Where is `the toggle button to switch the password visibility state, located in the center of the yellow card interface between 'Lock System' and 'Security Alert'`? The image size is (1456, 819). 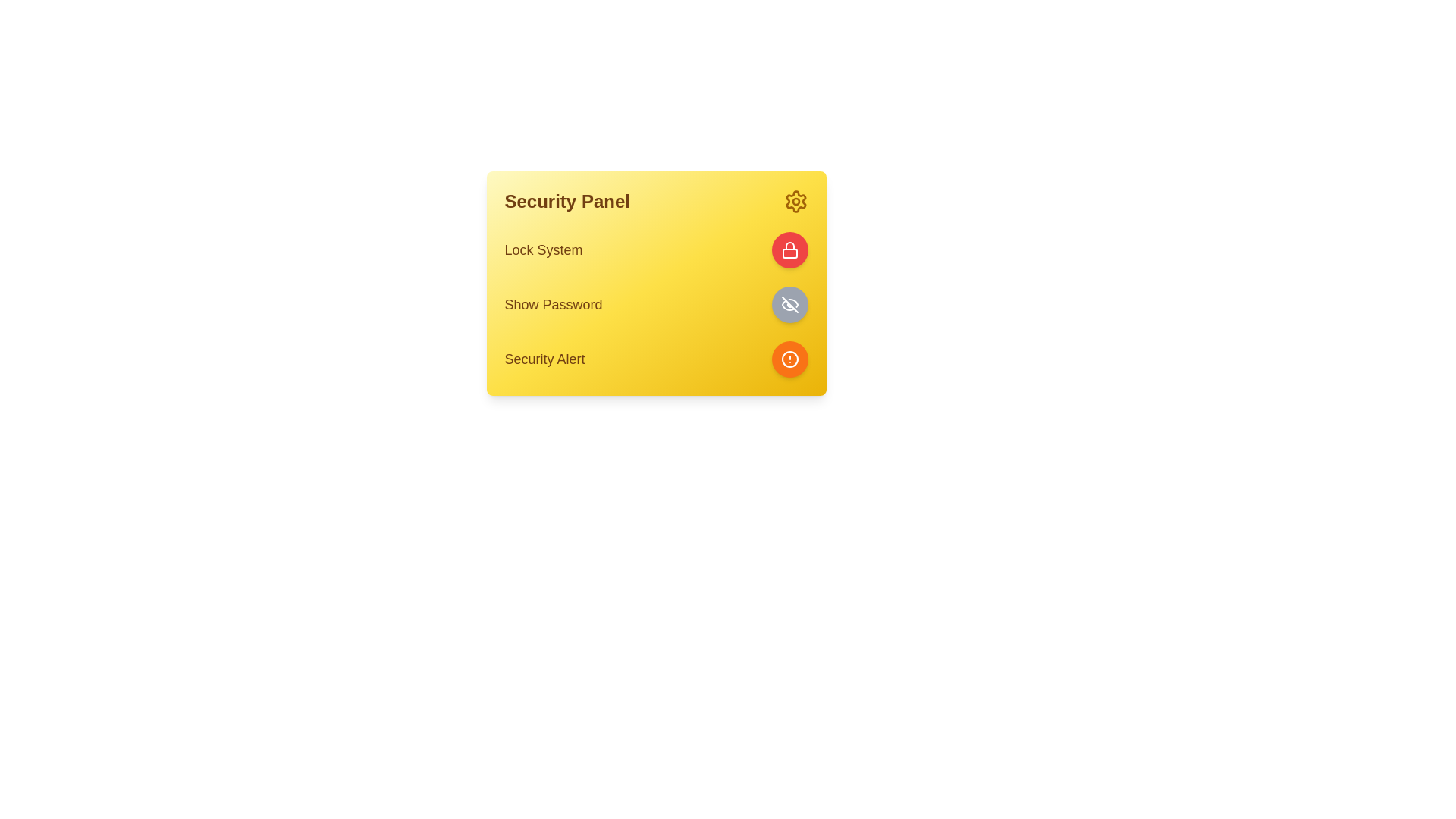
the toggle button to switch the password visibility state, located in the center of the yellow card interface between 'Lock System' and 'Security Alert' is located at coordinates (656, 304).